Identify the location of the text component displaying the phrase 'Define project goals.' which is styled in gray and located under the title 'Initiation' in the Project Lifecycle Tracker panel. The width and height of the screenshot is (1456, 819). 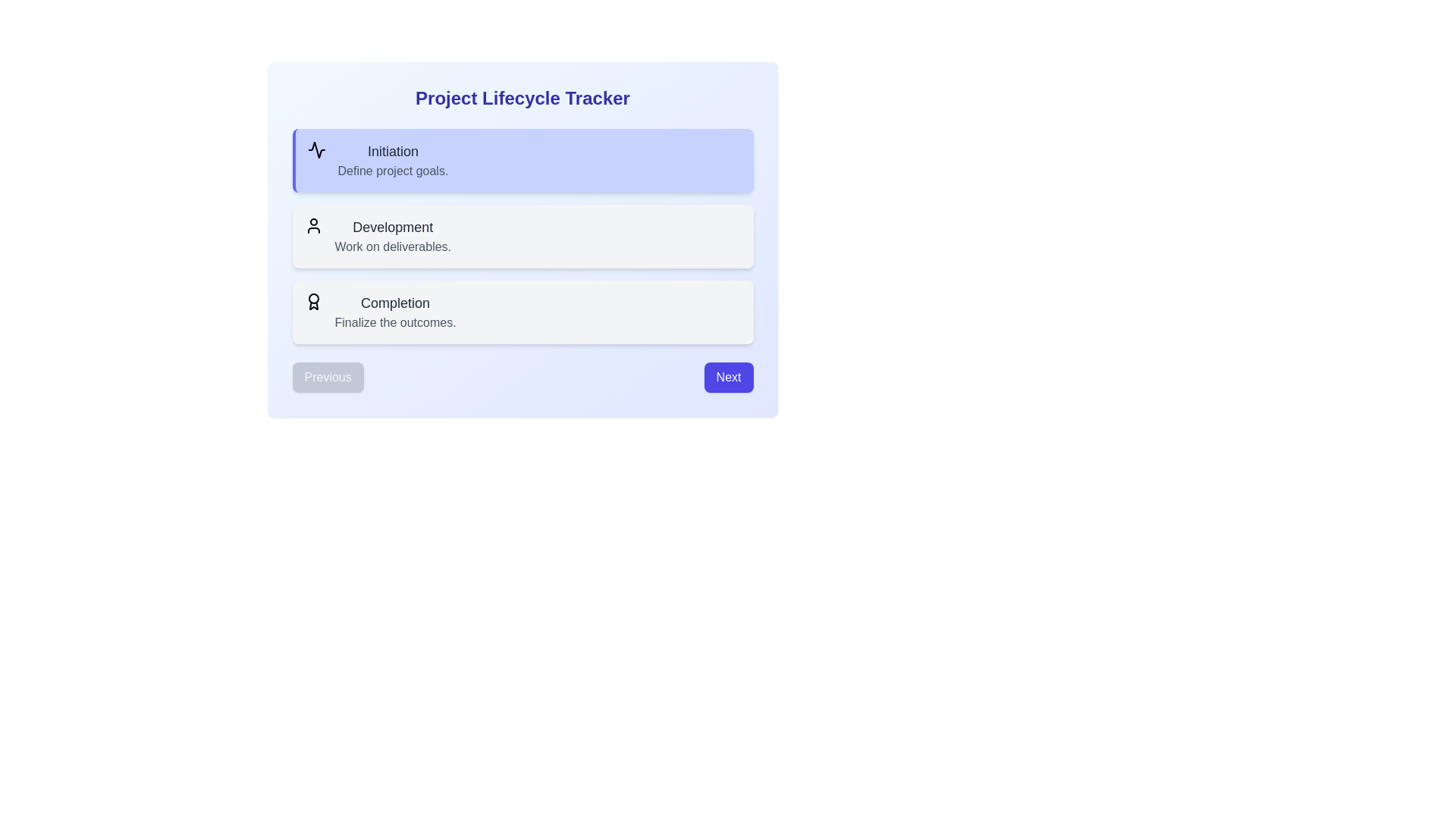
(393, 171).